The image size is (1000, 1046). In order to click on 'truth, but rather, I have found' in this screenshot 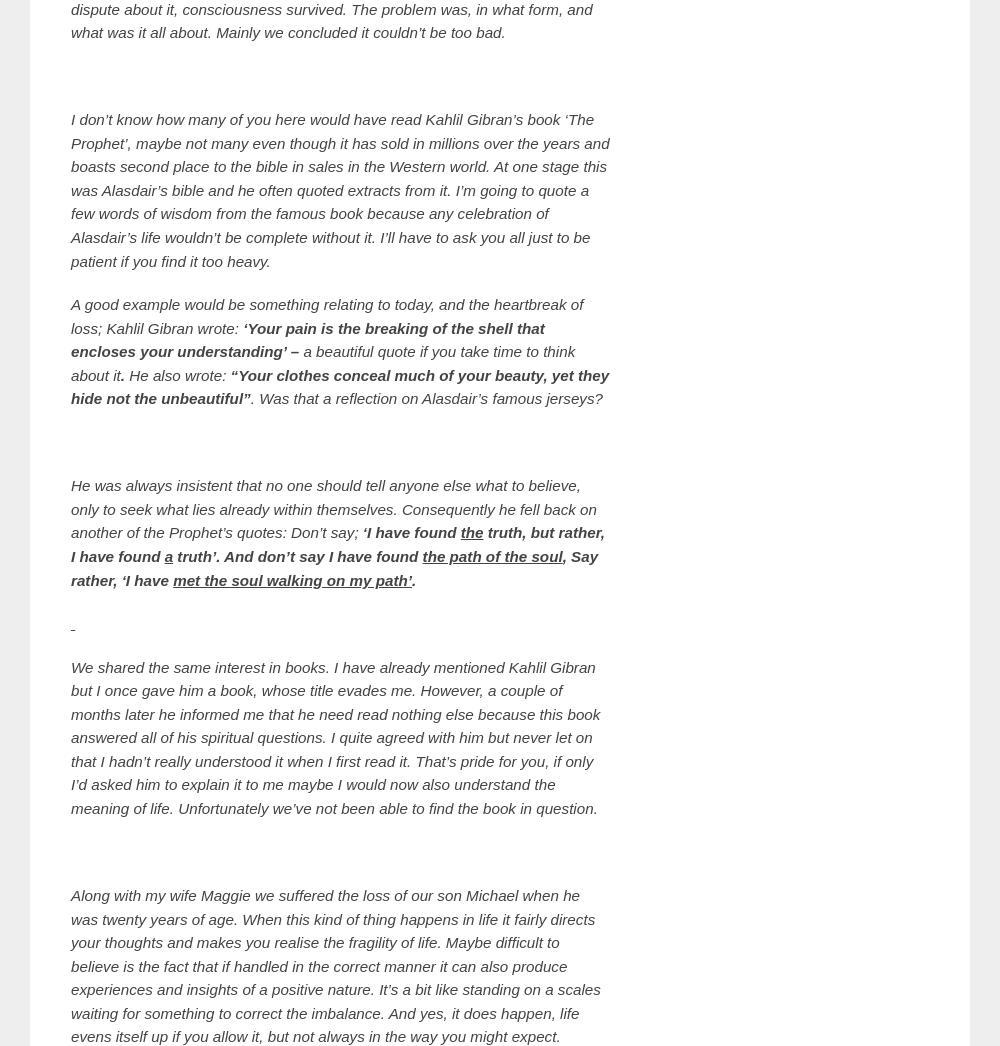, I will do `click(337, 543)`.